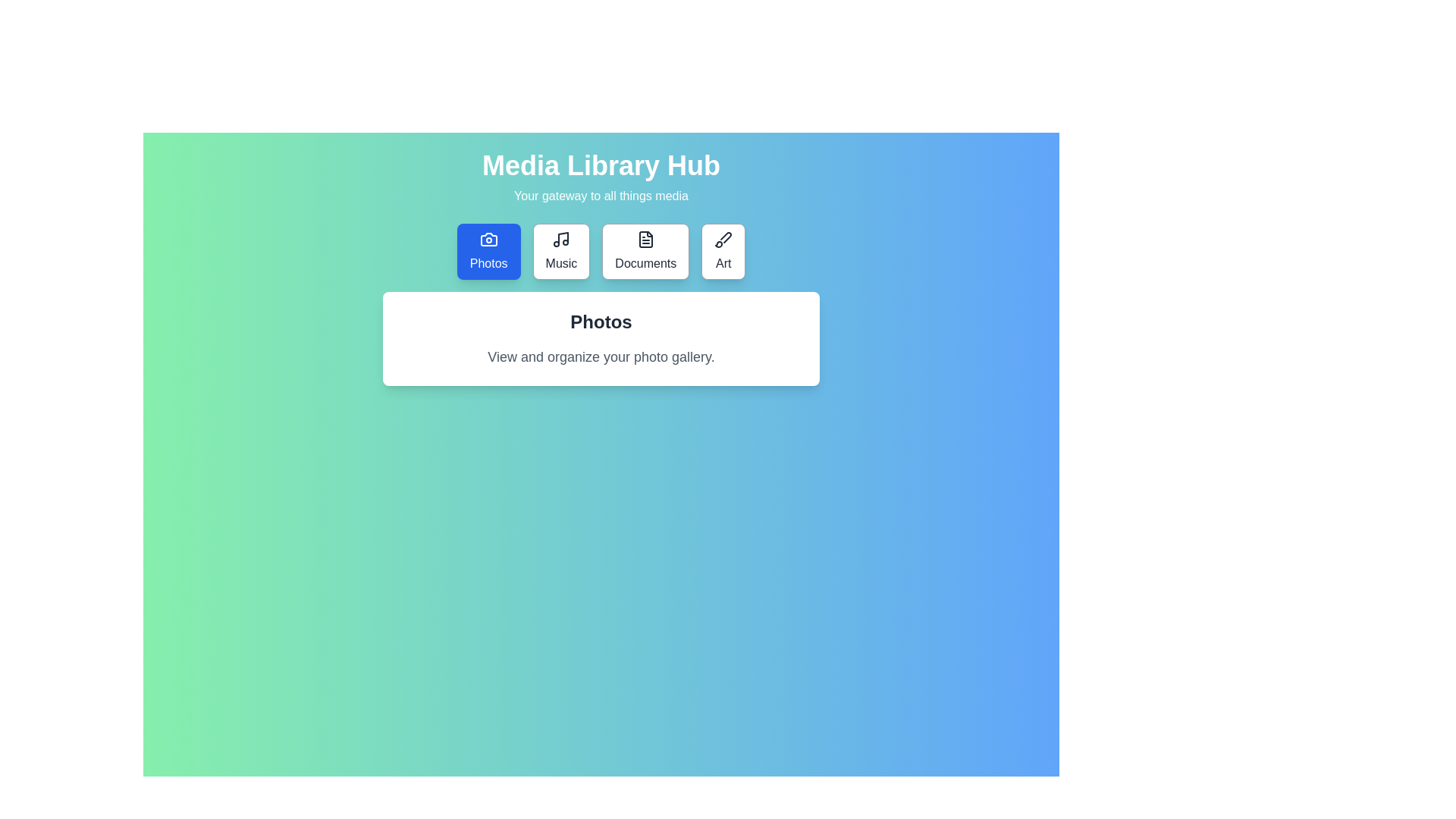 Image resolution: width=1456 pixels, height=819 pixels. I want to click on the Music tab, so click(560, 250).